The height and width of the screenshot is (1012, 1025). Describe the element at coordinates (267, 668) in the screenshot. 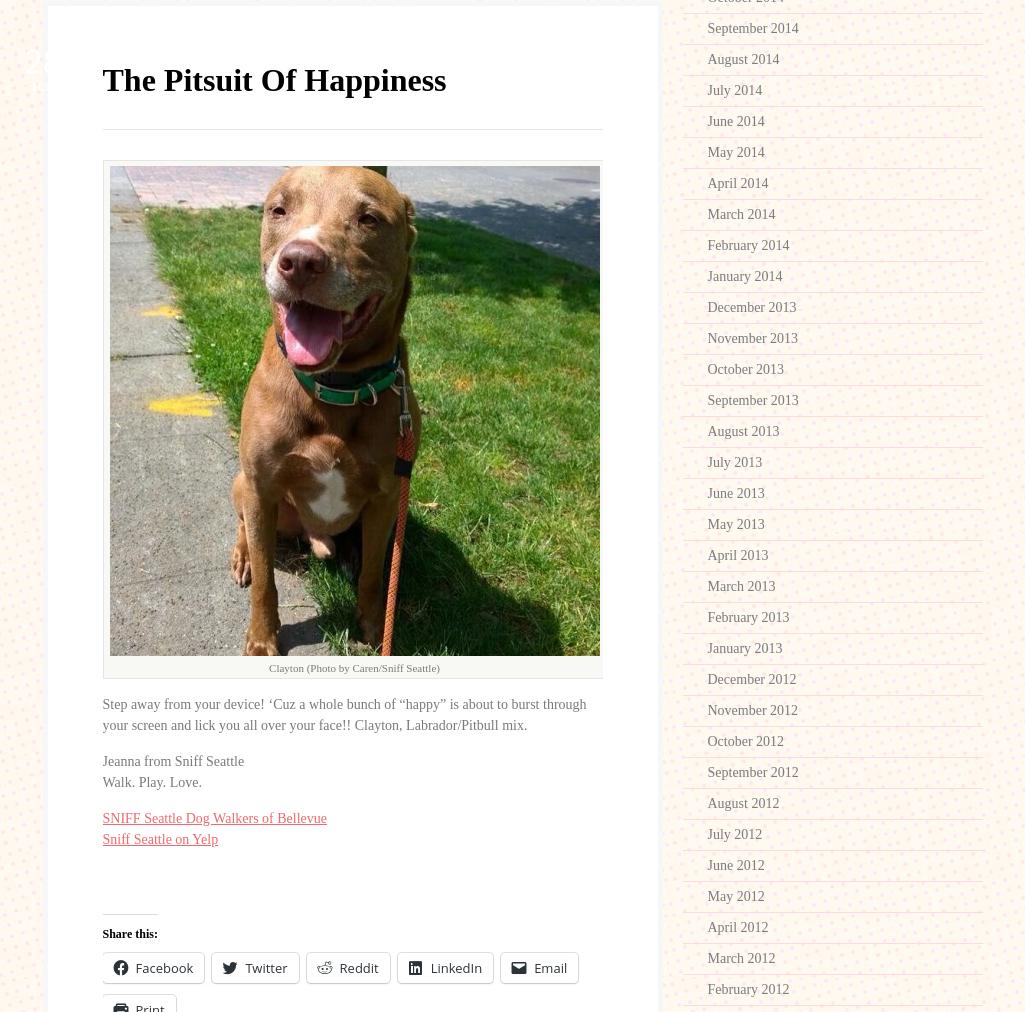

I see `'Clayton (Photo by Caren/Sniff Seattle)'` at that location.